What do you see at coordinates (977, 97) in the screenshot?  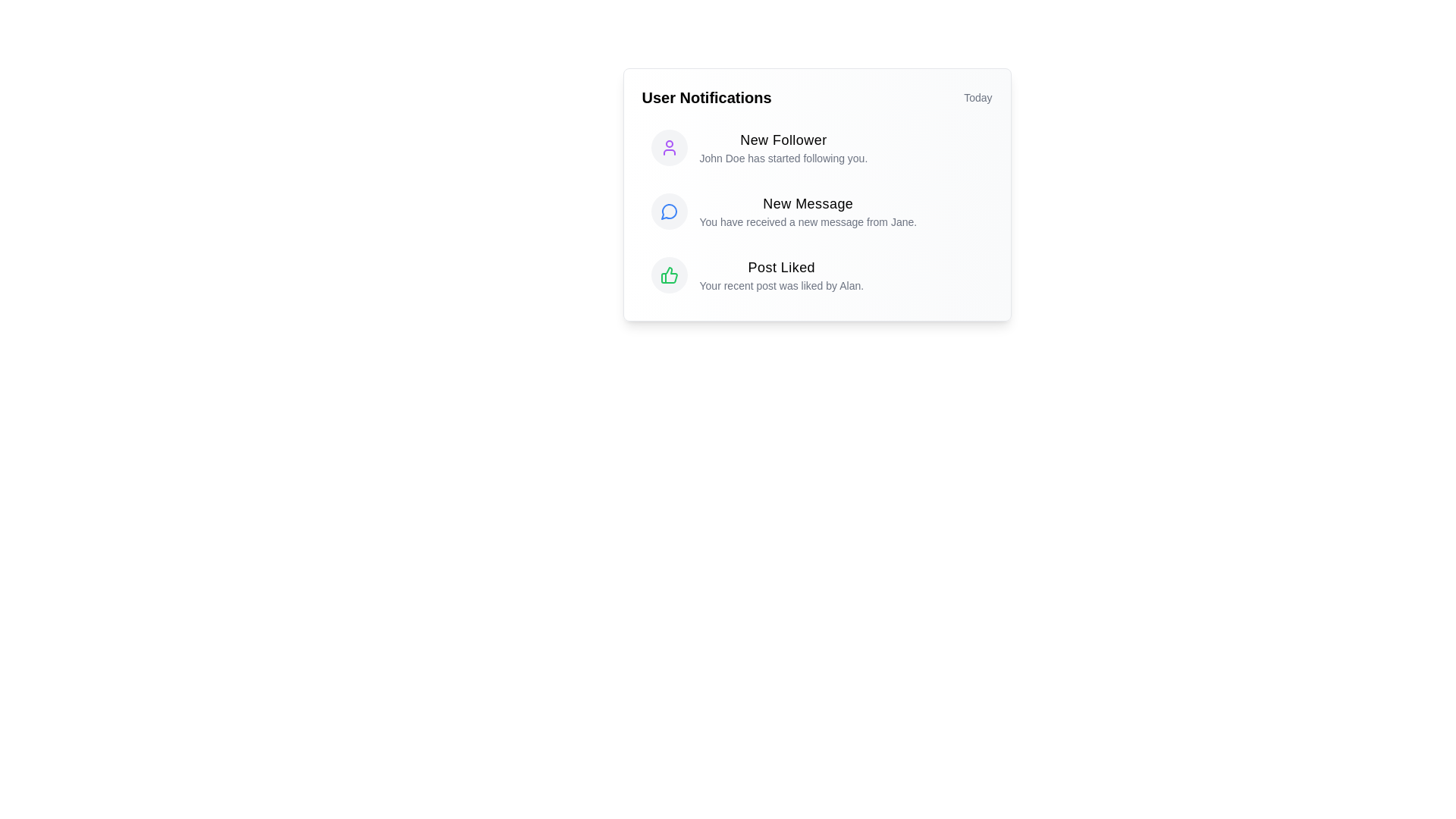 I see `the 'Today' text label, which is a small light gray text label positioned in the top-right corner of the User Notifications card header` at bounding box center [977, 97].